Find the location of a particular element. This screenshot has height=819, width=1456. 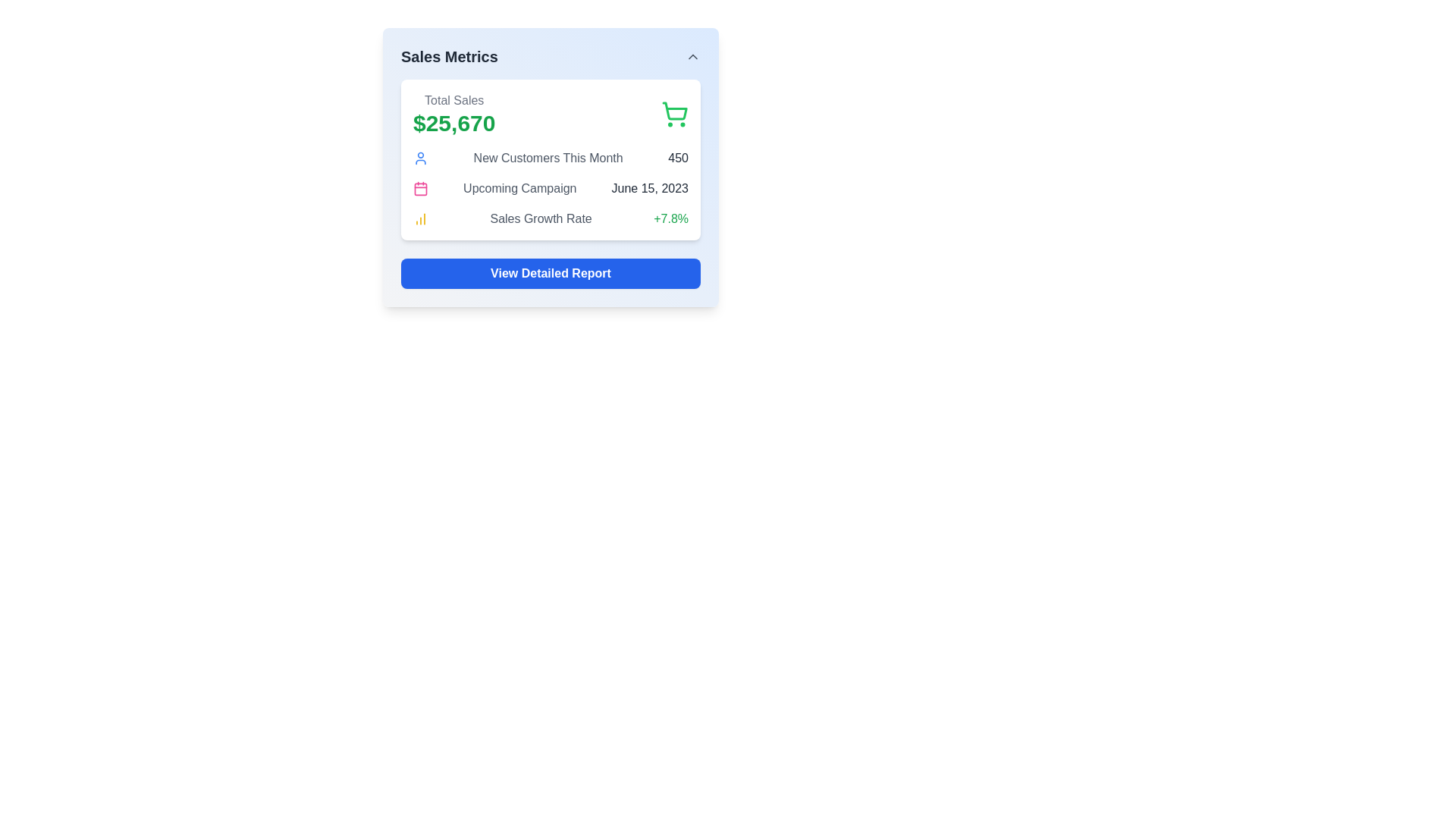

information displayed in the second row of the 'Sales Metrics' box, which indicates the number of new customers acquired during the current month is located at coordinates (550, 158).